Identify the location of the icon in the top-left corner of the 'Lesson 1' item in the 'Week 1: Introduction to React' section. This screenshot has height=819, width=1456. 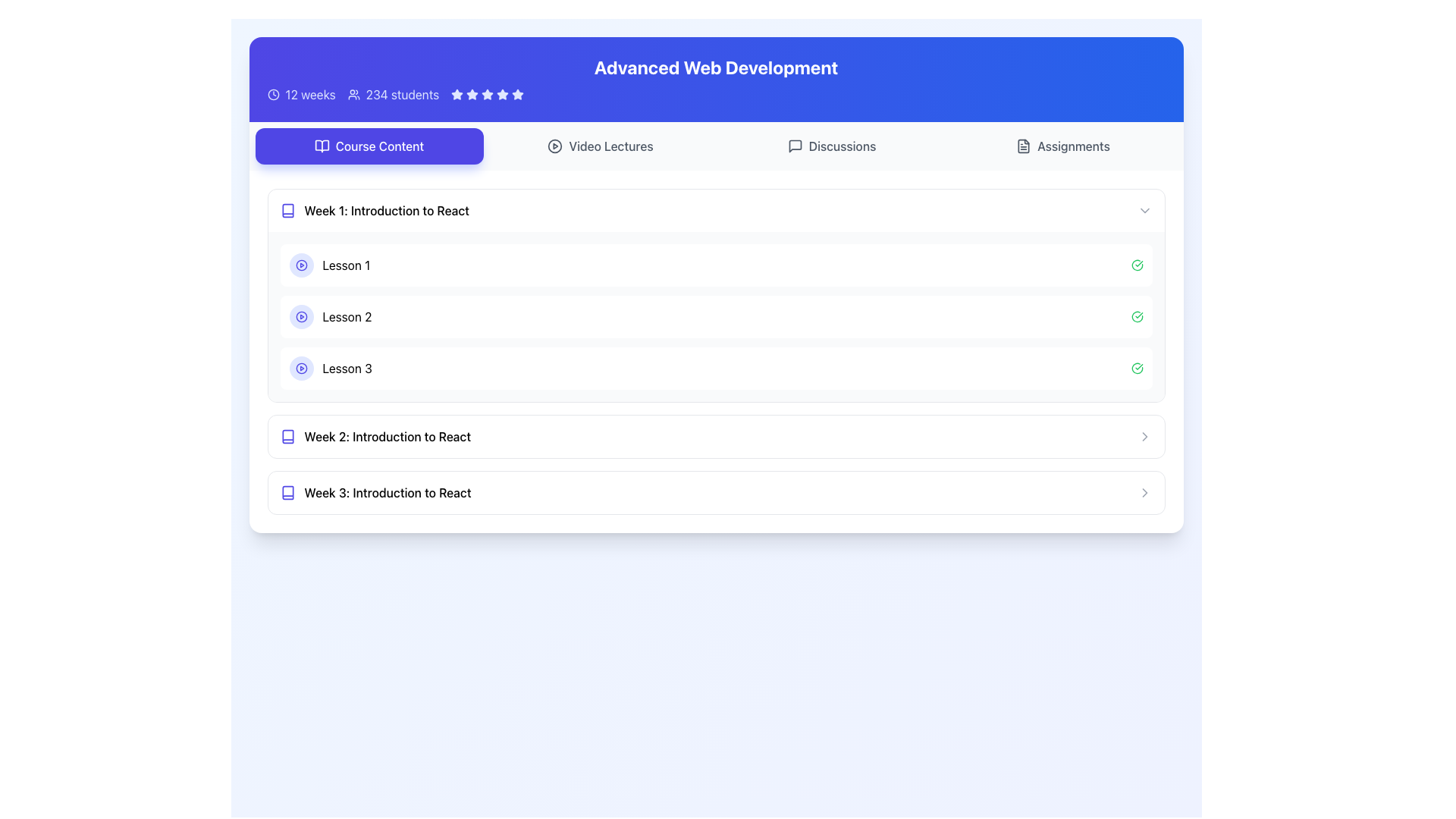
(301, 265).